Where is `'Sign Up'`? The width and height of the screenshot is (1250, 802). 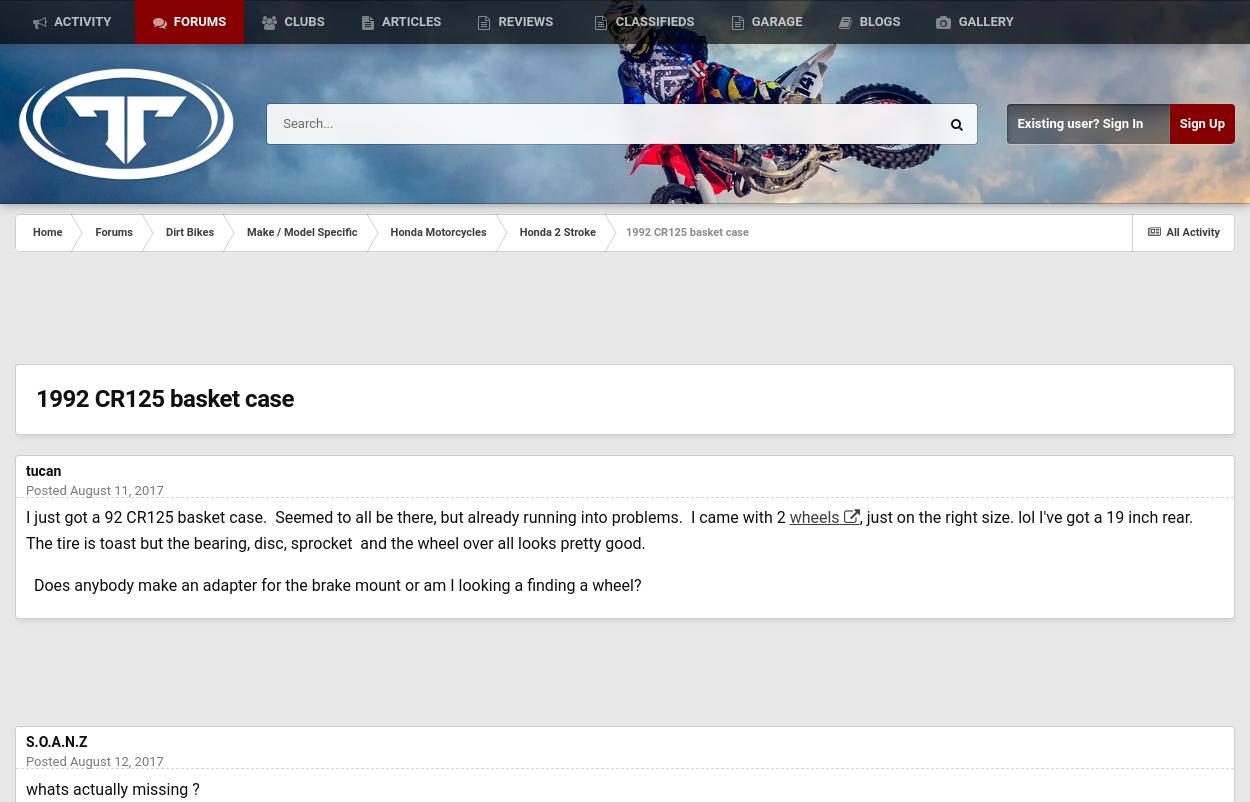
'Sign Up' is located at coordinates (1201, 122).